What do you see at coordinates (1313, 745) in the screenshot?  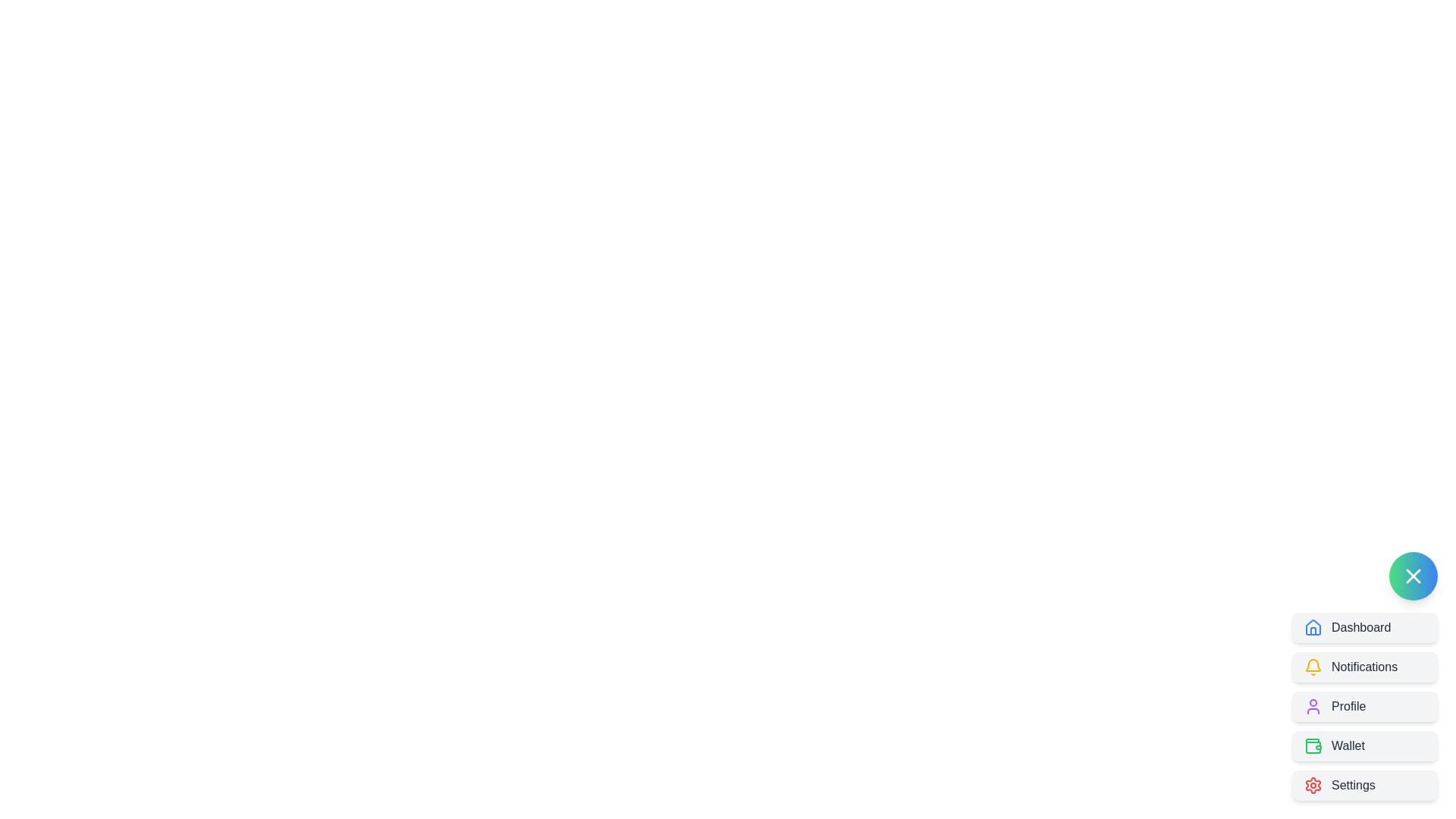 I see `the decorative wallet icon located within the 'Wallet' menu option, which is the fourth item in the vertical menu listing` at bounding box center [1313, 745].